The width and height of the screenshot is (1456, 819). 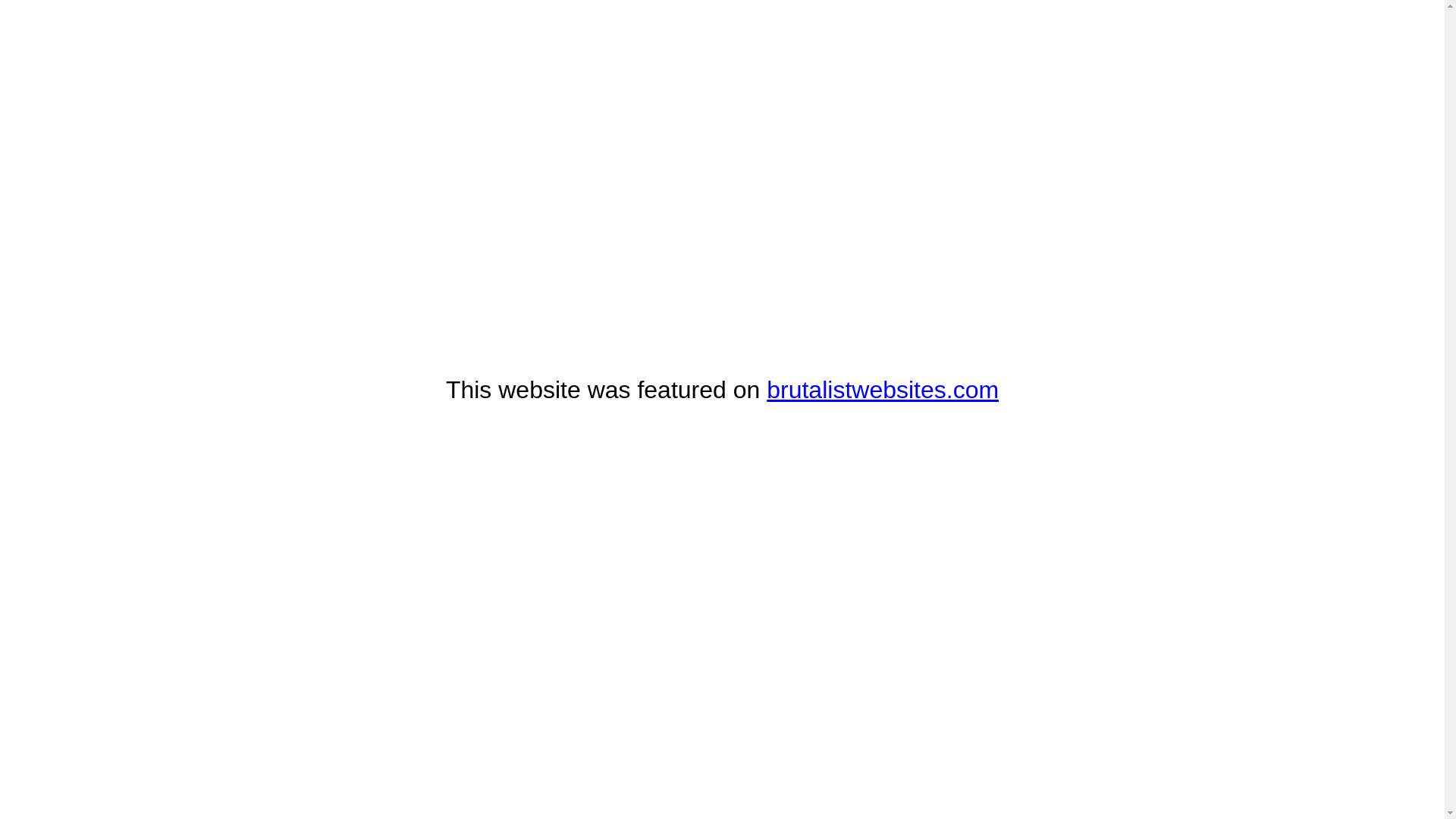 What do you see at coordinates (882, 388) in the screenshot?
I see `'brutalistwebsites.com'` at bounding box center [882, 388].